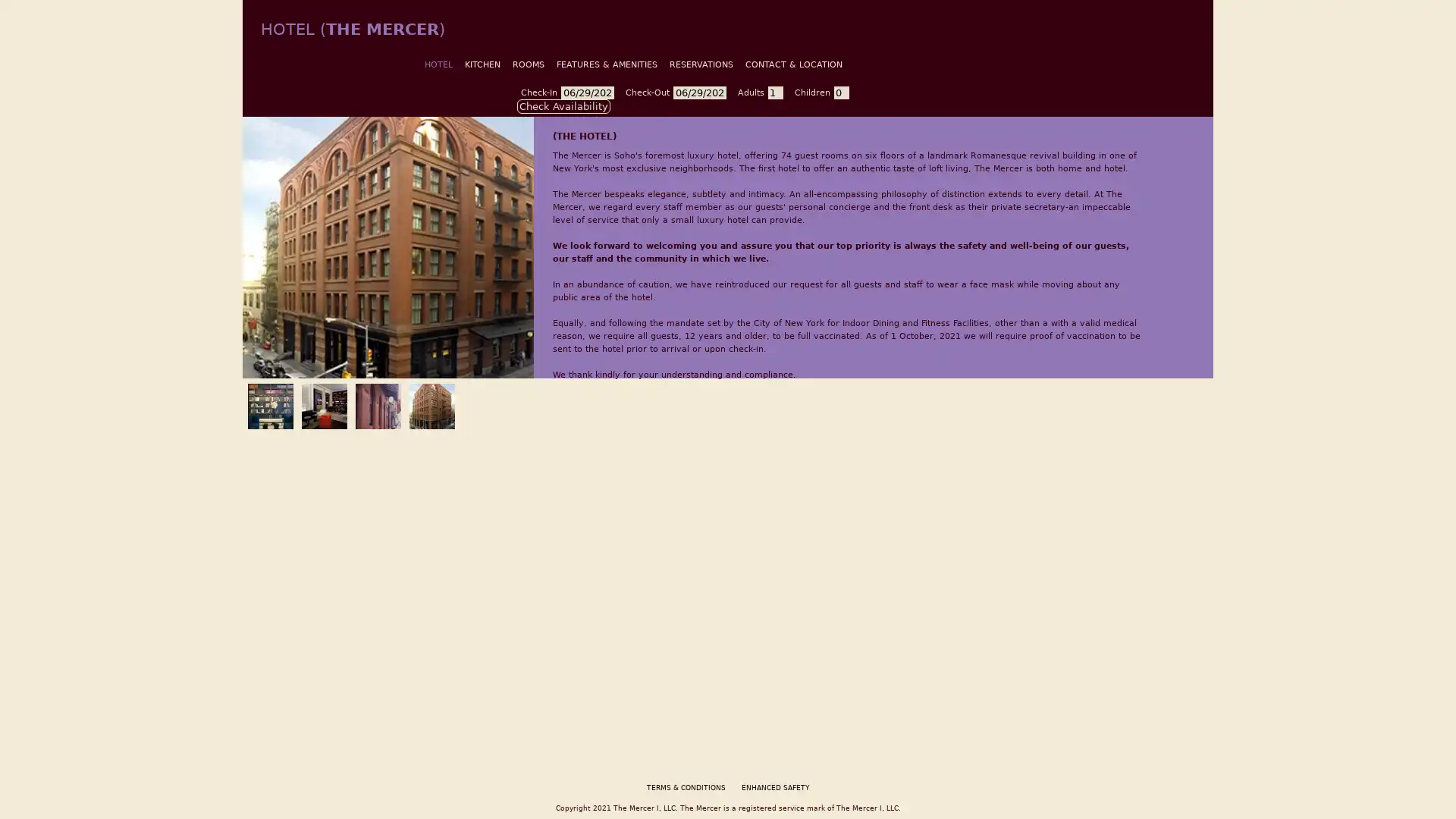 Image resolution: width=1456 pixels, height=819 pixels. What do you see at coordinates (321, 403) in the screenshot?
I see `Hotel lobby` at bounding box center [321, 403].